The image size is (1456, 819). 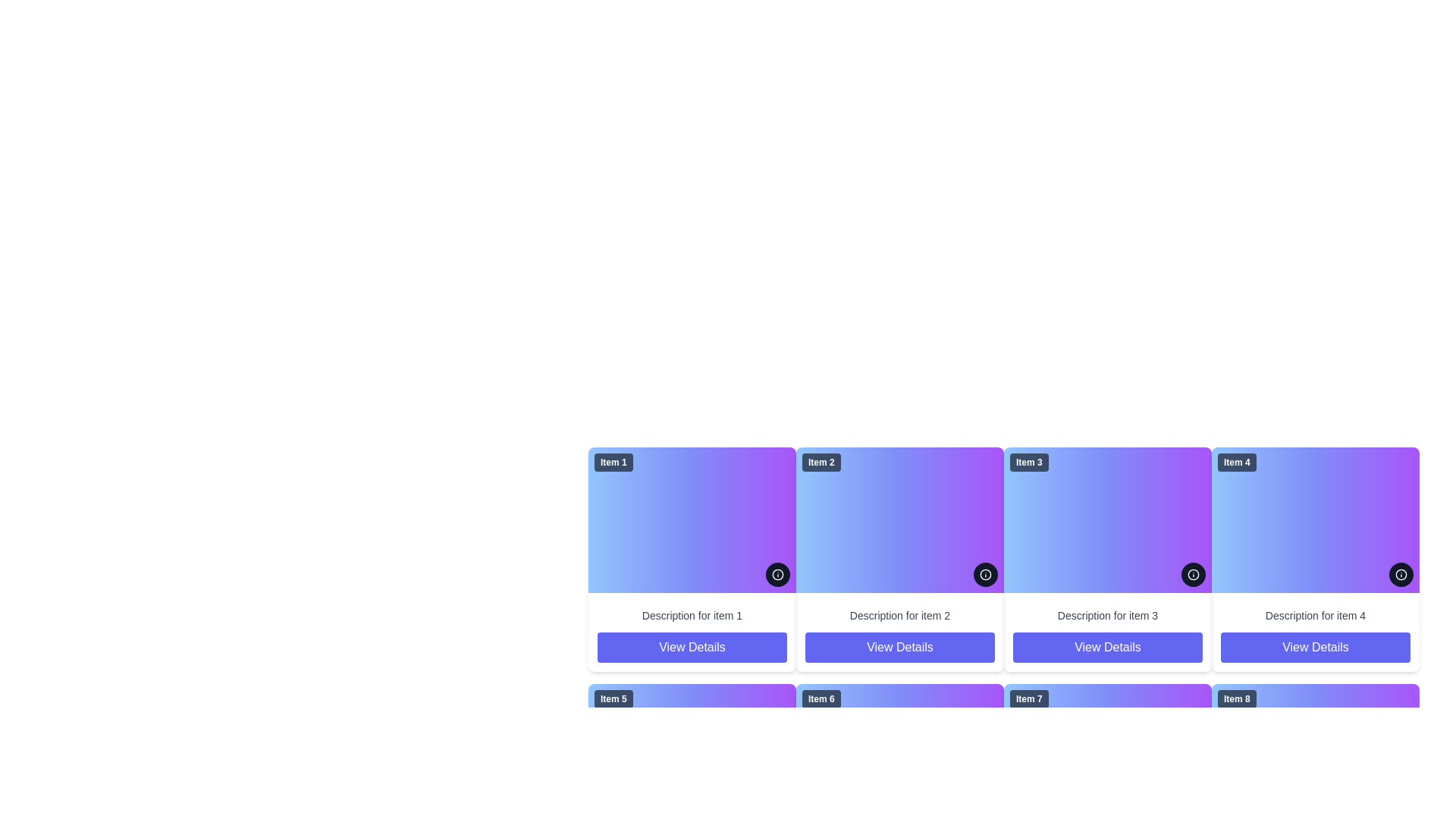 What do you see at coordinates (1029, 698) in the screenshot?
I see `the Label in the top-left corner of the seventh card, which has a gradient from blue to purple, to read the text` at bounding box center [1029, 698].